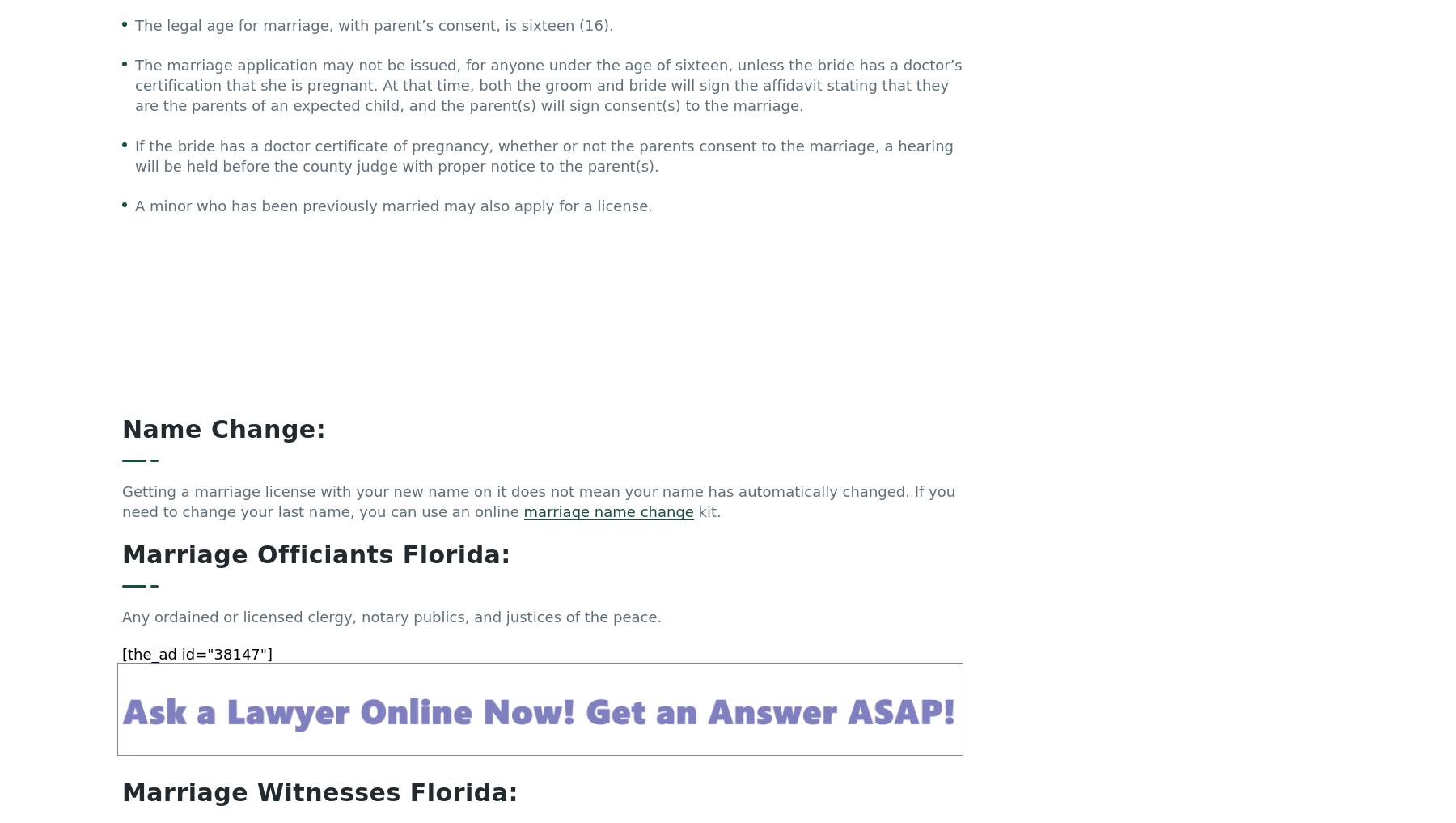 This screenshot has width=1456, height=823. What do you see at coordinates (707, 196) in the screenshot?
I see `'kit.'` at bounding box center [707, 196].